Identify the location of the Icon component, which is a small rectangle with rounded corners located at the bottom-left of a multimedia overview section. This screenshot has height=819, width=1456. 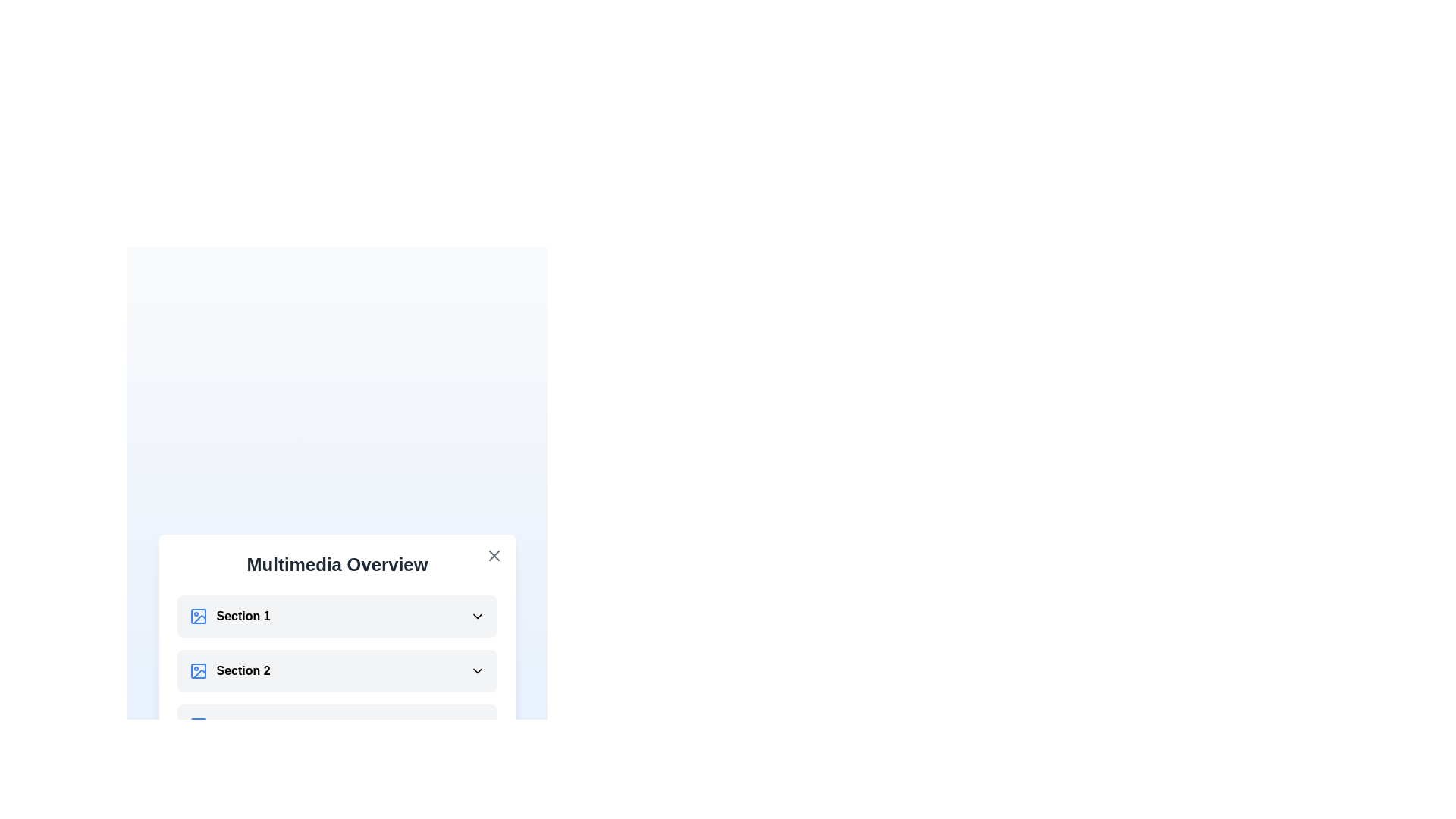
(197, 724).